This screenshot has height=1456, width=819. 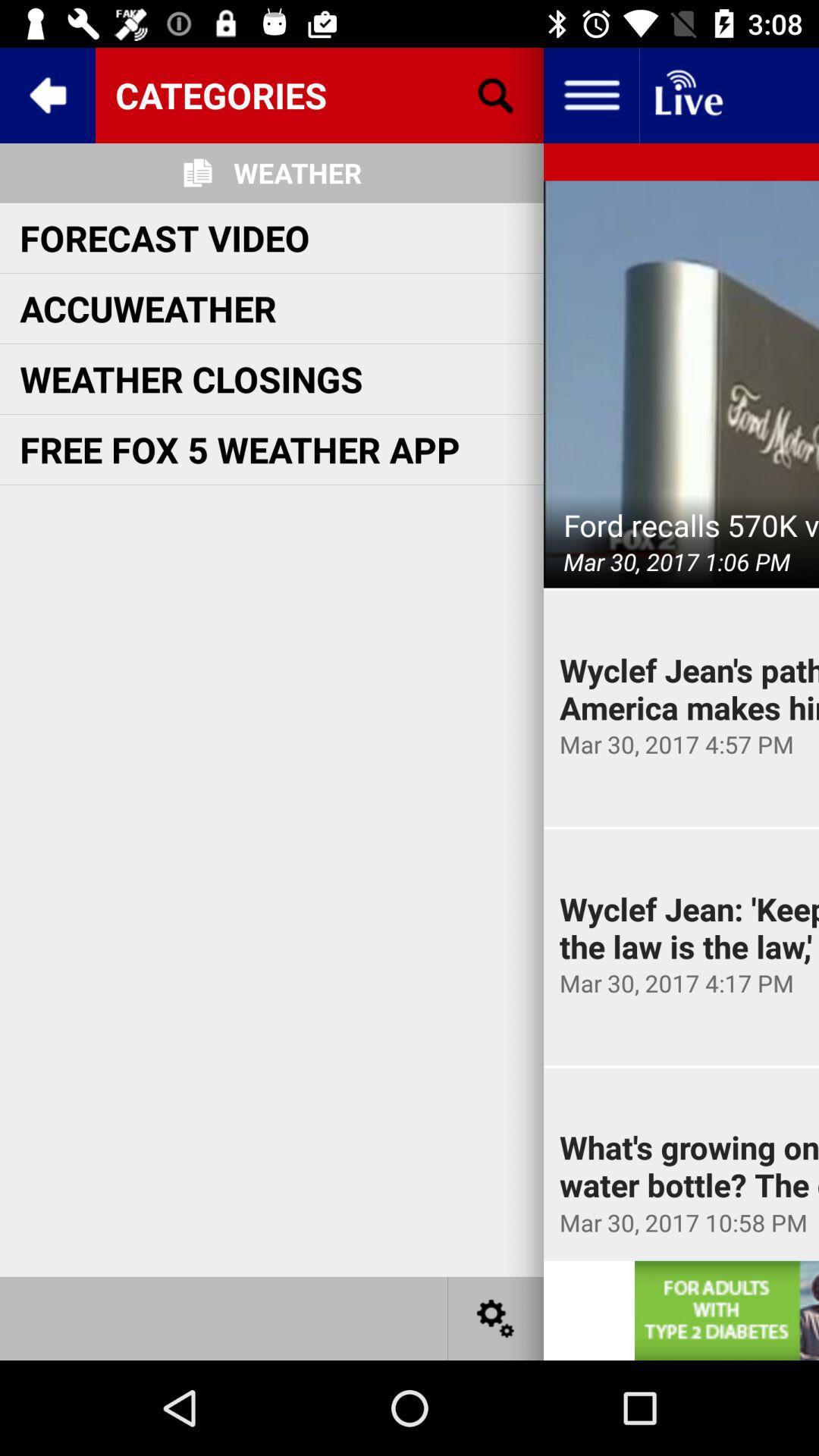 I want to click on check app settings, so click(x=496, y=1317).